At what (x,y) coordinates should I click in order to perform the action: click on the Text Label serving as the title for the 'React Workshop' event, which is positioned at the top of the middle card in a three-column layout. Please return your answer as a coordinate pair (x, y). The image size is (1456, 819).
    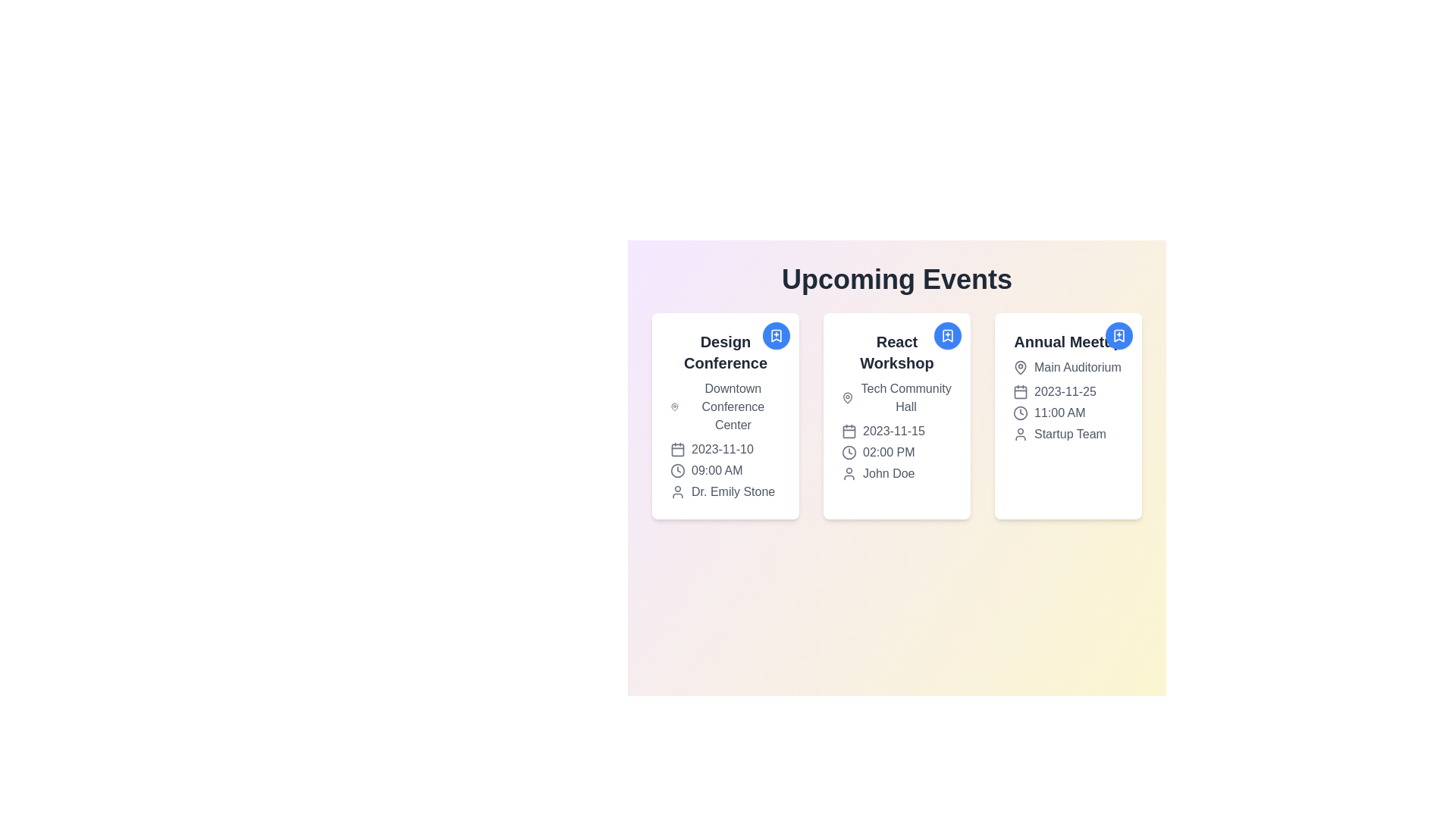
    Looking at the image, I should click on (896, 353).